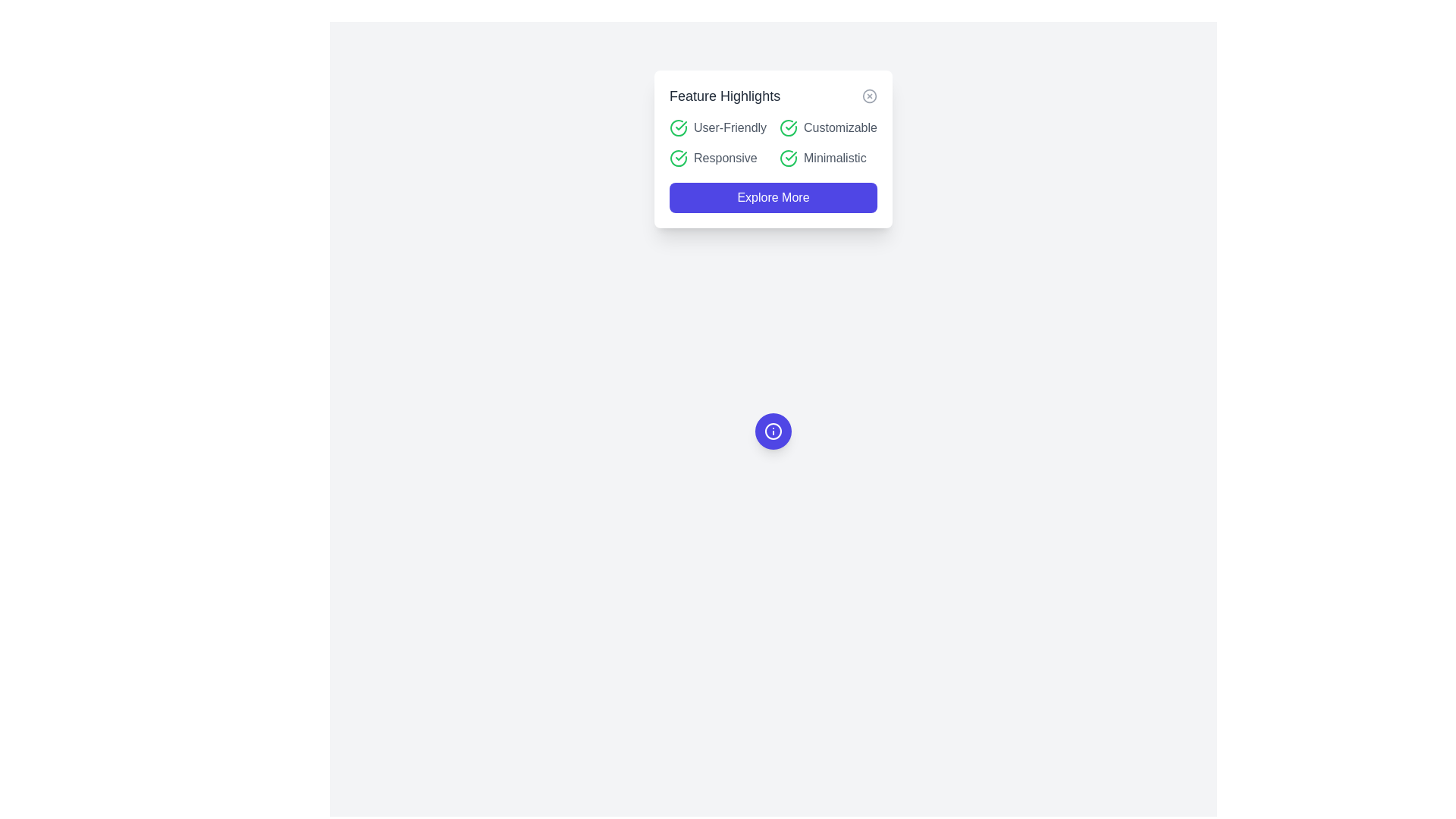 Image resolution: width=1456 pixels, height=819 pixels. Describe the element at coordinates (870, 96) in the screenshot. I see `the circle element in the SVG icon located at the top-right corner of the feature highlights card component` at that location.